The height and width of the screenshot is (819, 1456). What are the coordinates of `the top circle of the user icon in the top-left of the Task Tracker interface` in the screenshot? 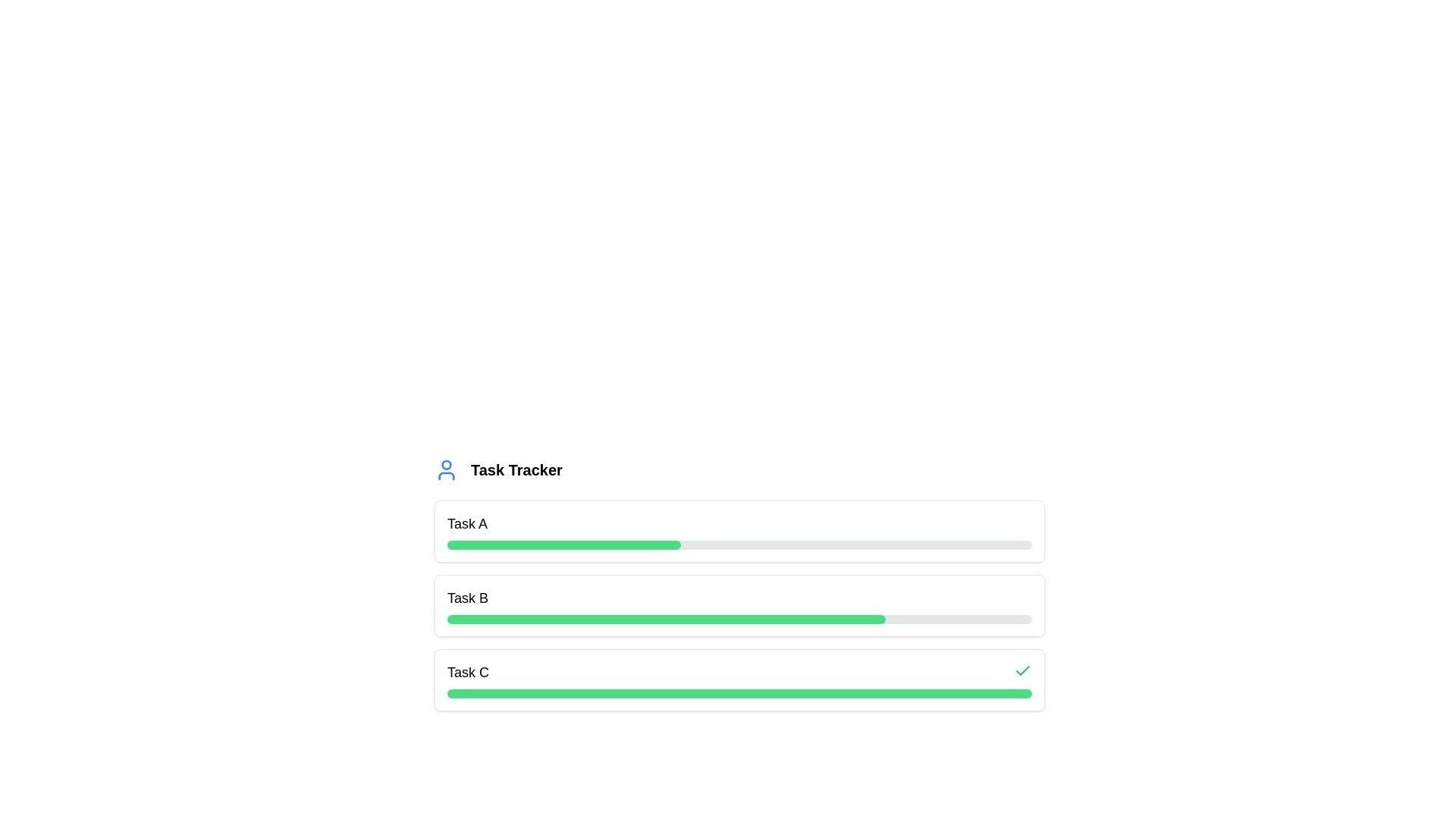 It's located at (446, 464).